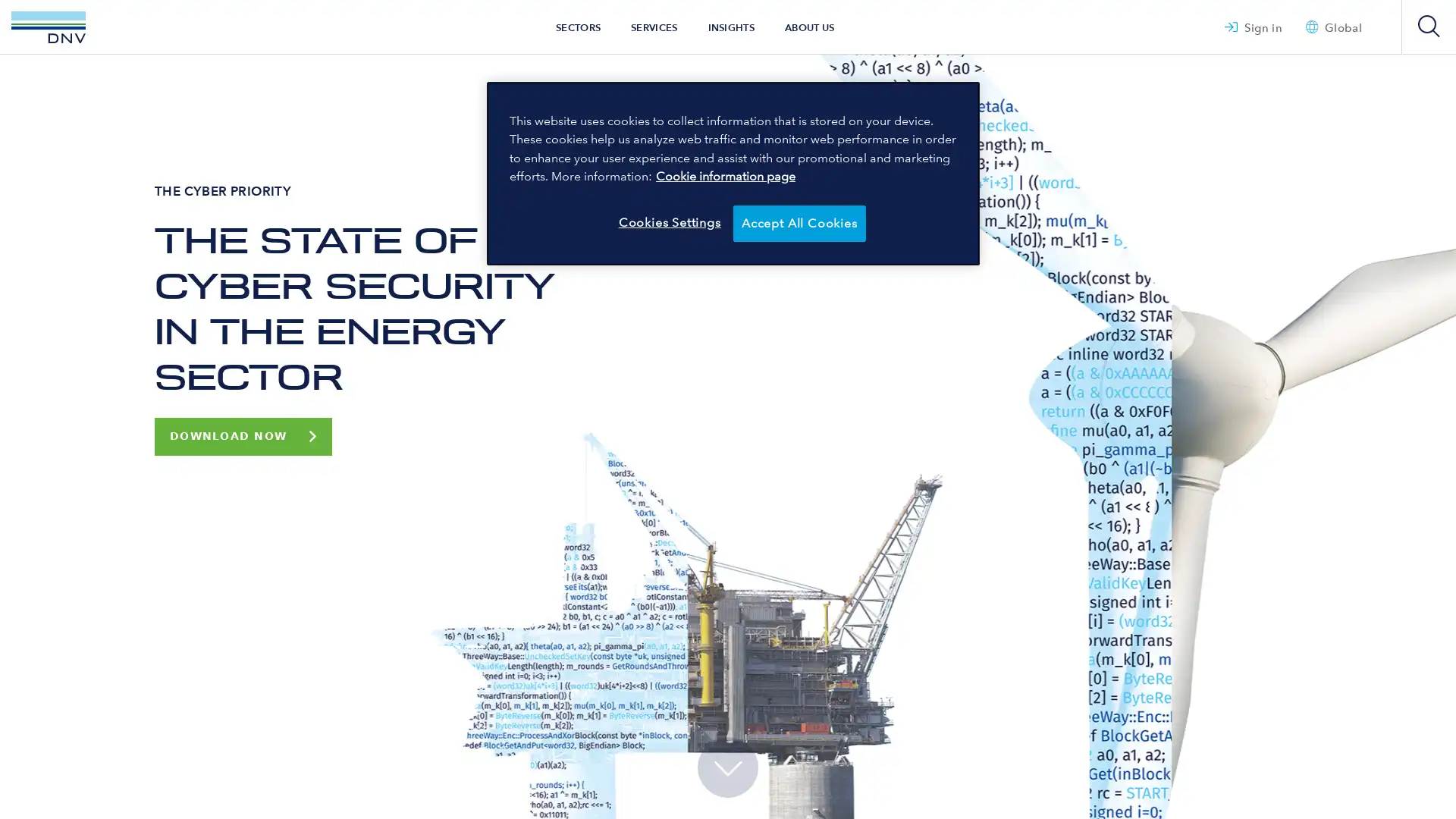 This screenshot has width=1456, height=819. Describe the element at coordinates (799, 223) in the screenshot. I see `Accept All Cookies` at that location.